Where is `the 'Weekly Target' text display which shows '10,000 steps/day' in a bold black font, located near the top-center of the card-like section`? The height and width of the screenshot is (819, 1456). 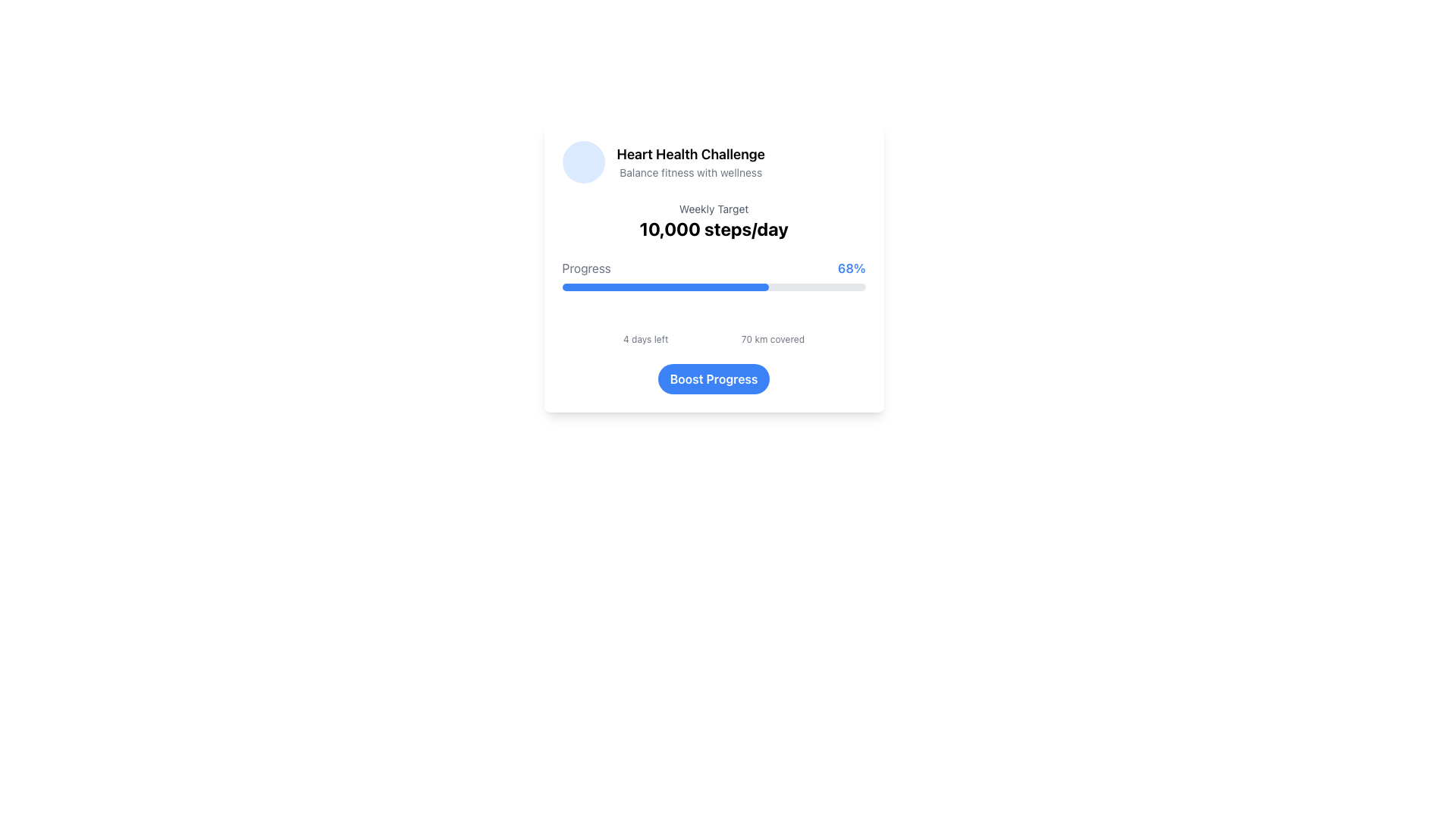 the 'Weekly Target' text display which shows '10,000 steps/day' in a bold black font, located near the top-center of the card-like section is located at coordinates (713, 221).